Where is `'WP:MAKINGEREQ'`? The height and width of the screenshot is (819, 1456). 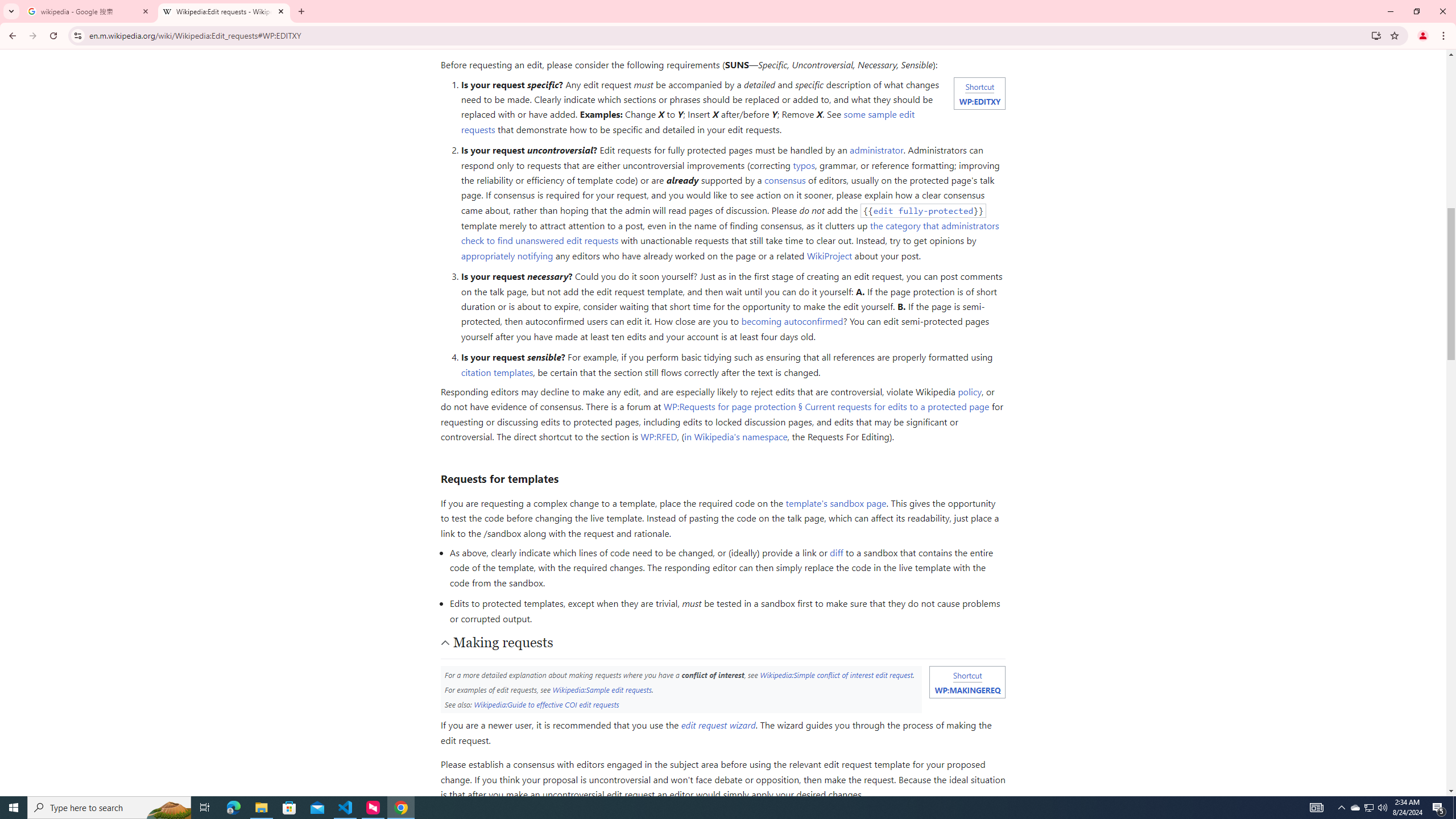
'WP:MAKINGEREQ' is located at coordinates (967, 690).